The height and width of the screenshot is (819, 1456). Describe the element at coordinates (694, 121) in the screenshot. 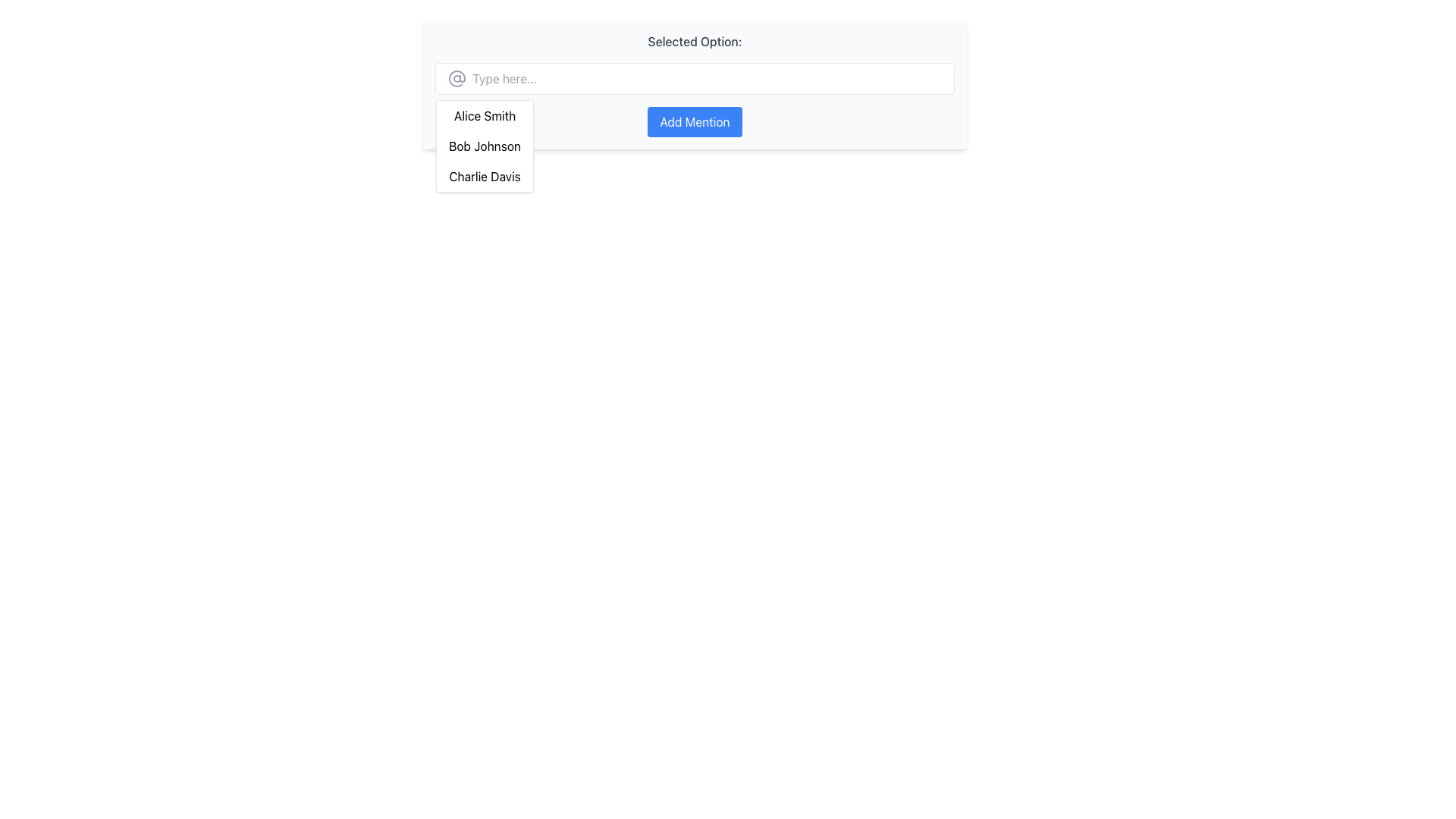

I see `the button located on the right side of the layout` at that location.